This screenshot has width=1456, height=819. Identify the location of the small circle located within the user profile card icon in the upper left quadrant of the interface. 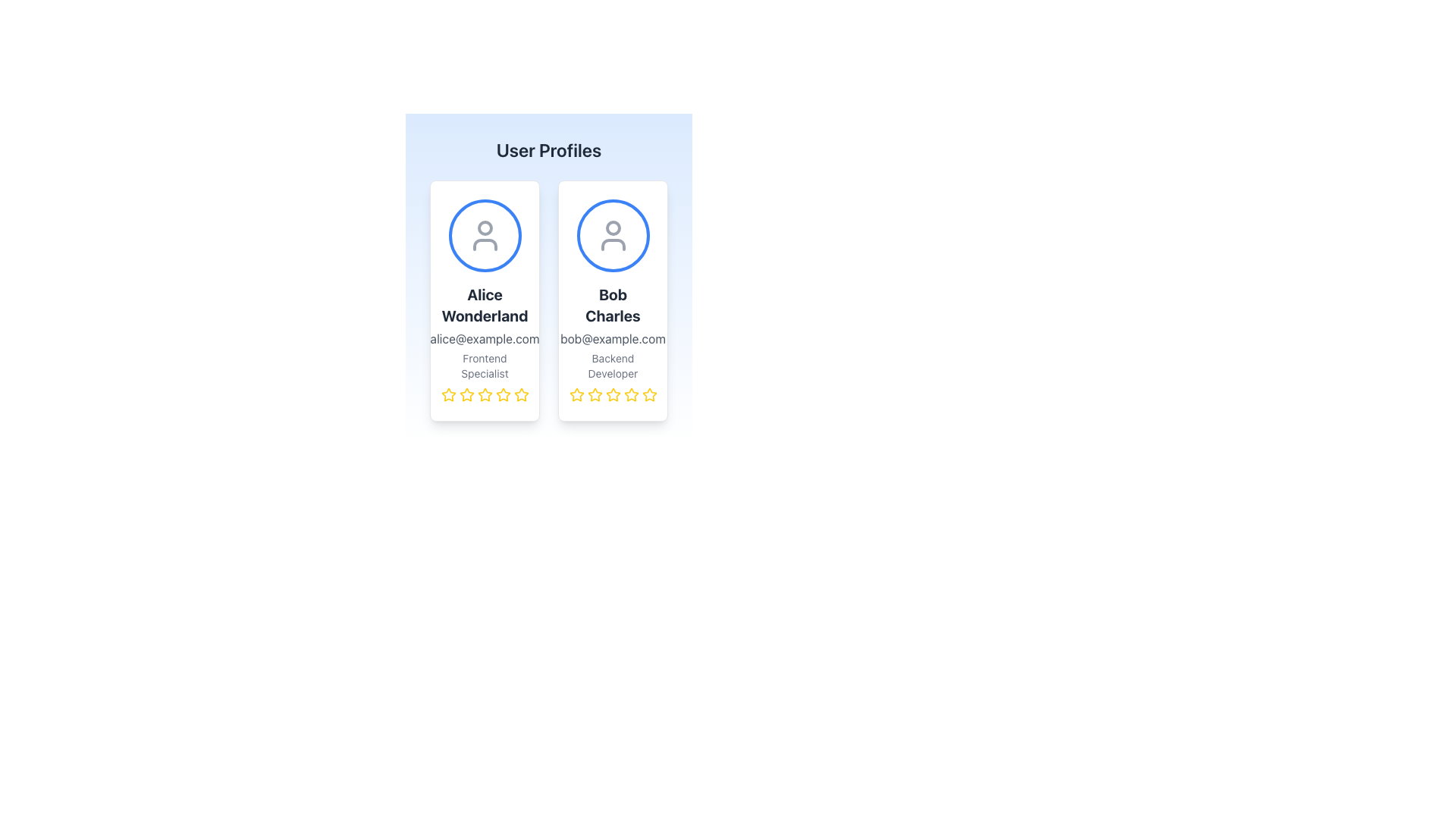
(484, 227).